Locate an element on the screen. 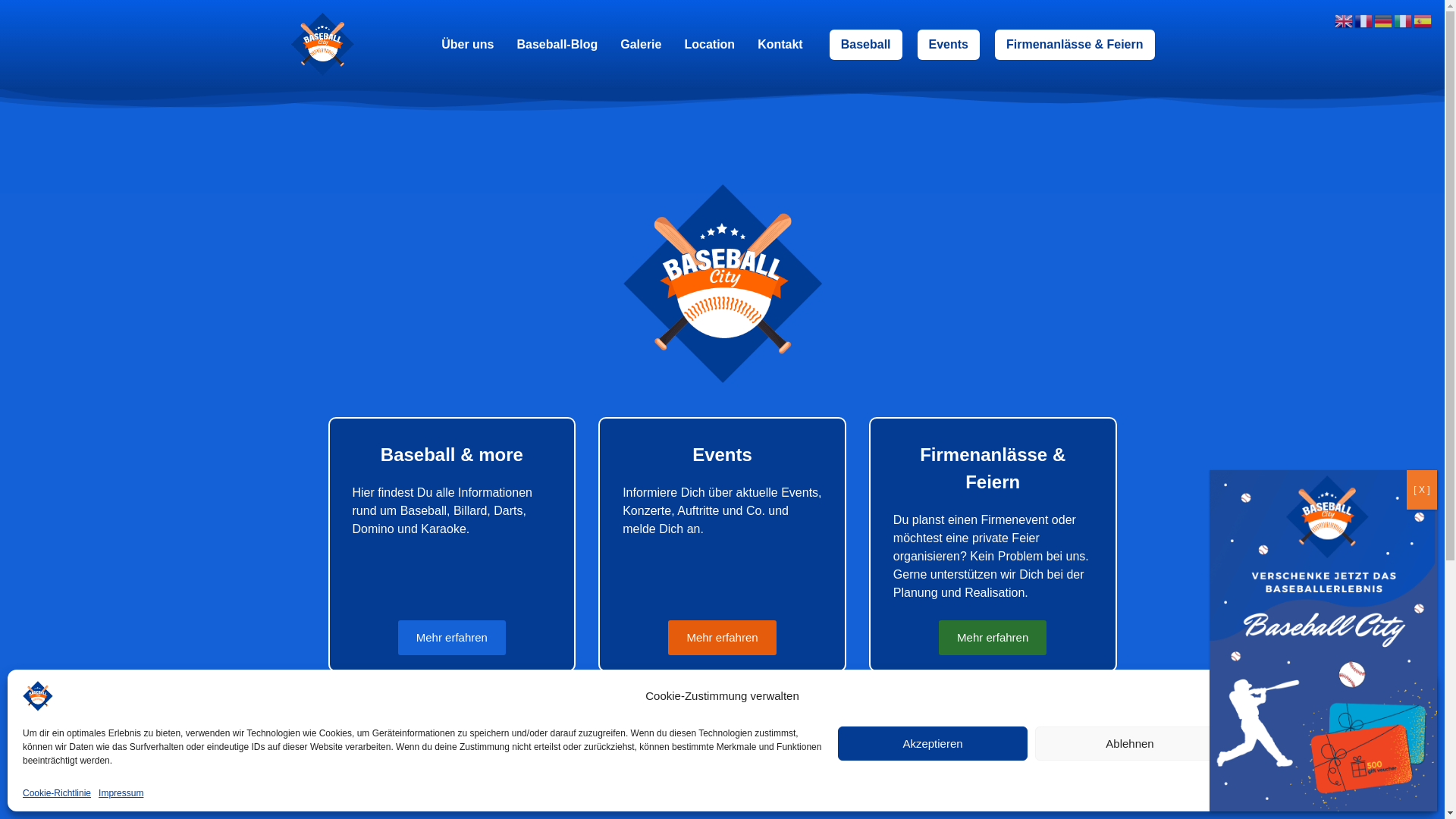 This screenshot has height=819, width=1456. 'English' is located at coordinates (1344, 20).